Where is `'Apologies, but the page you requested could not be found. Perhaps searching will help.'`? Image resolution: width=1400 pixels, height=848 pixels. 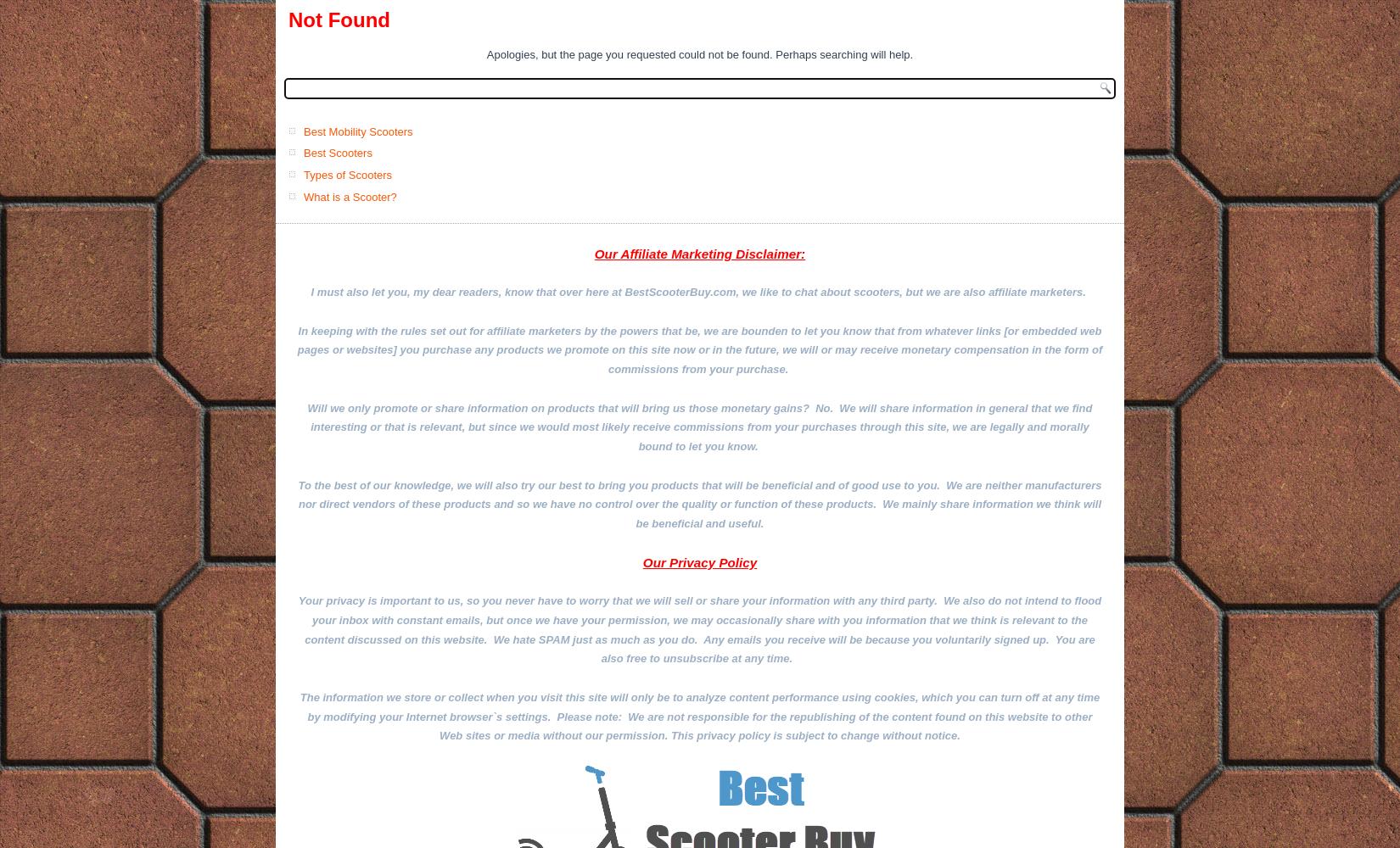
'Apologies, but the page you requested could not be found. Perhaps searching will help.' is located at coordinates (698, 53).